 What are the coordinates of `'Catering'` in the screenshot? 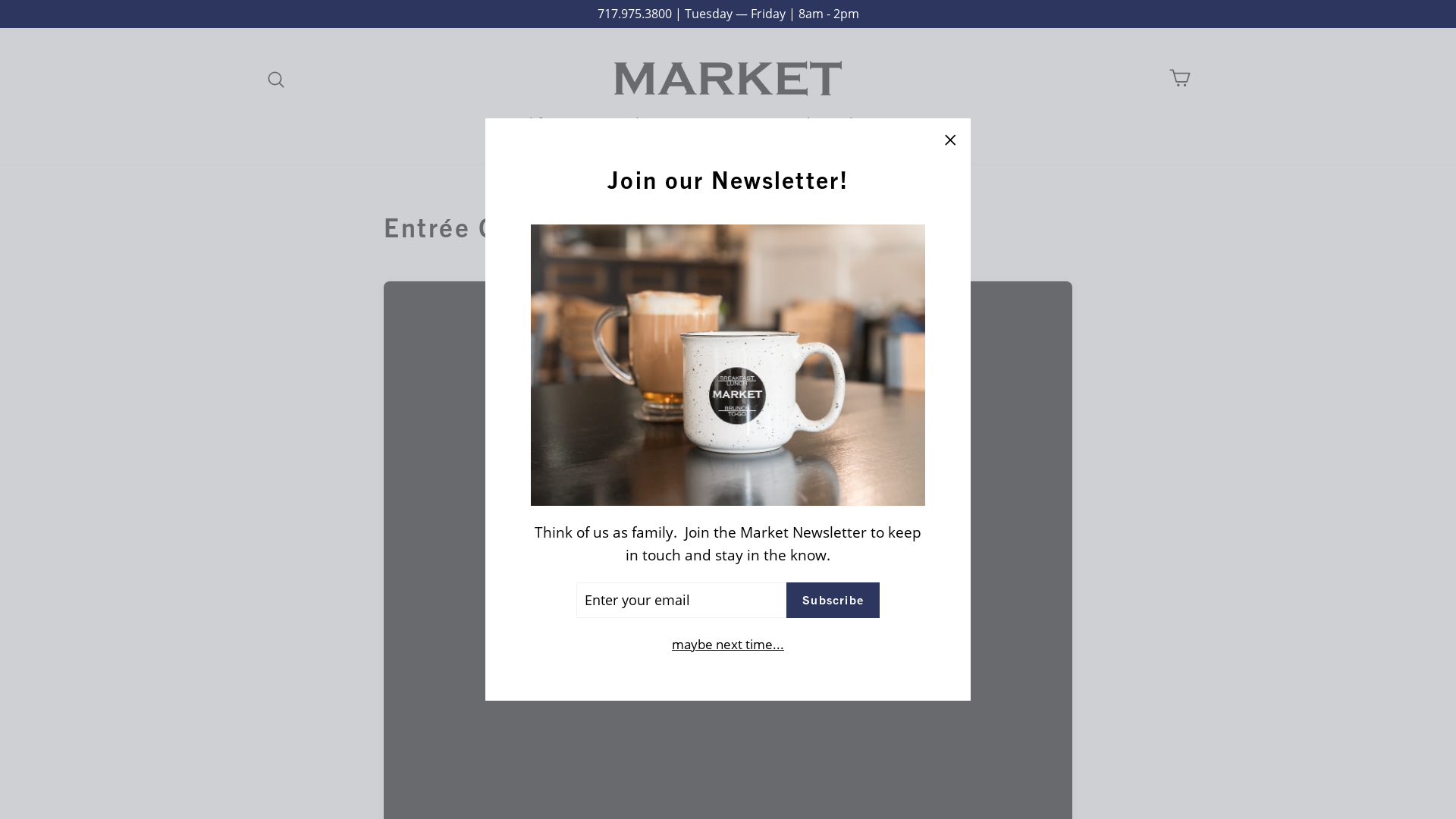 It's located at (720, 122).